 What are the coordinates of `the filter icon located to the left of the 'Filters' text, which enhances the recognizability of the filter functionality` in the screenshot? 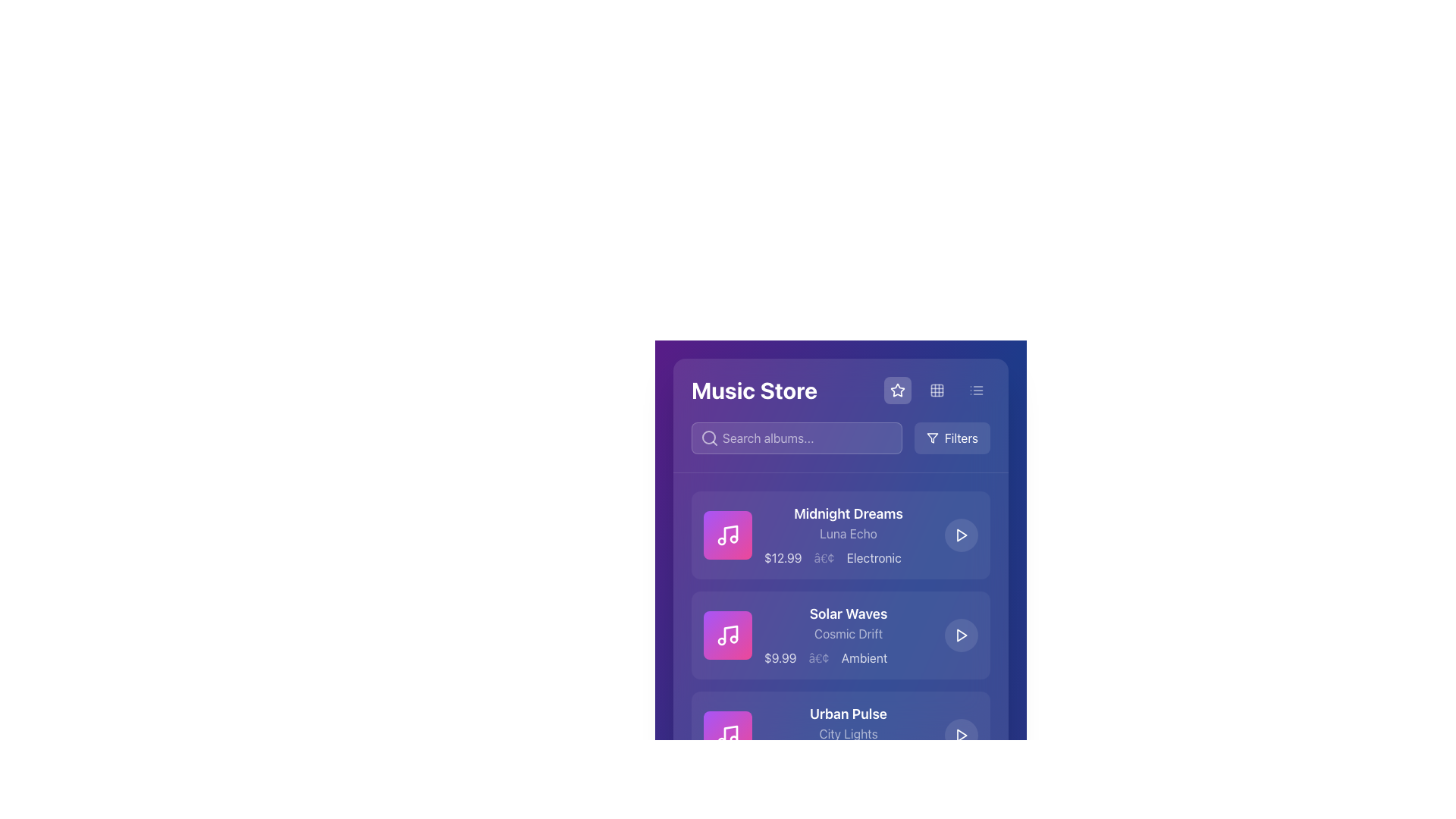 It's located at (931, 438).